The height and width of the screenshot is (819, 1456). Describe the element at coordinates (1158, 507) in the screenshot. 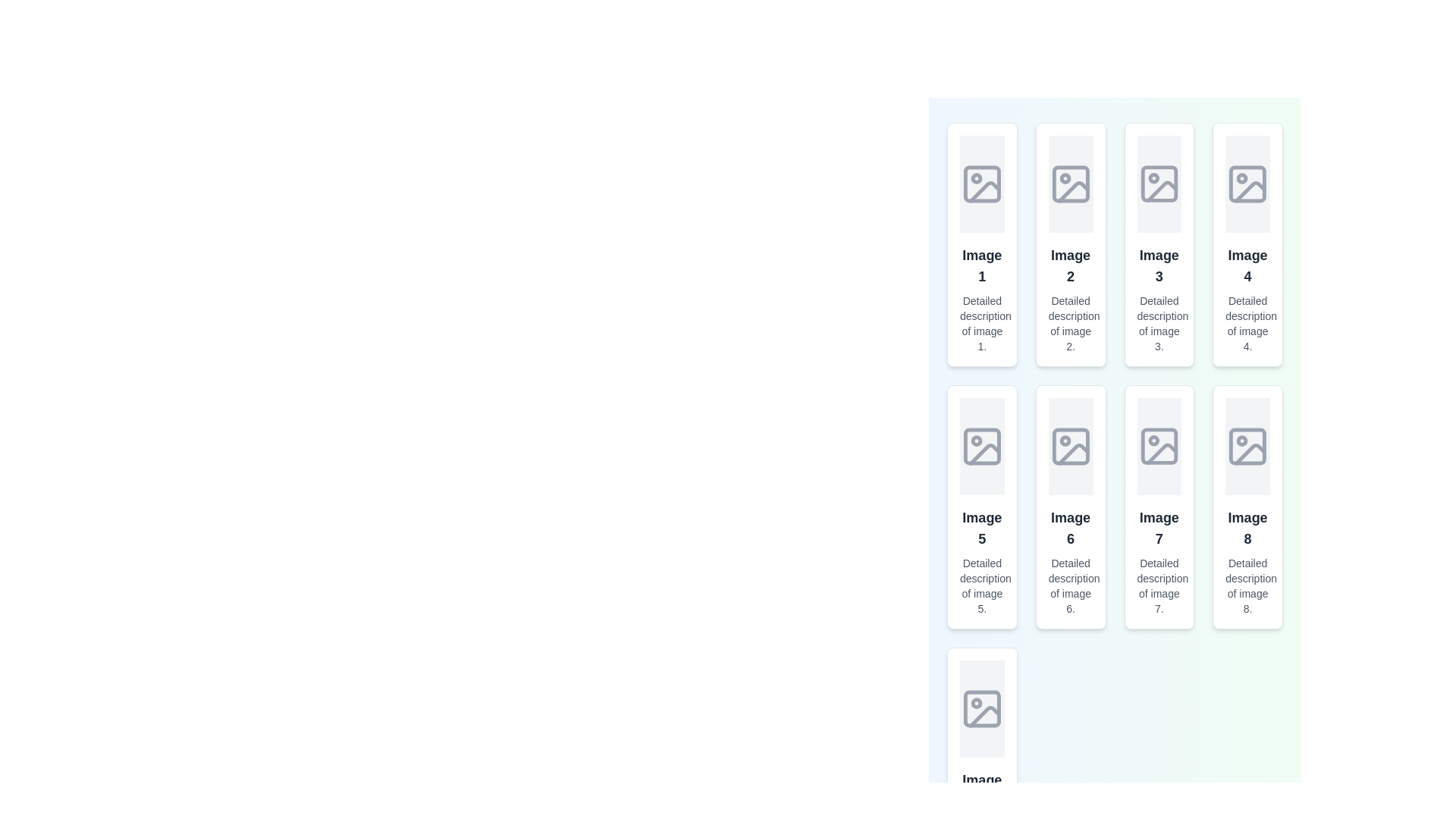

I see `to interact with the Image preview card displaying 'Image 7', which is located in the third row and third column of the grid layout` at that location.